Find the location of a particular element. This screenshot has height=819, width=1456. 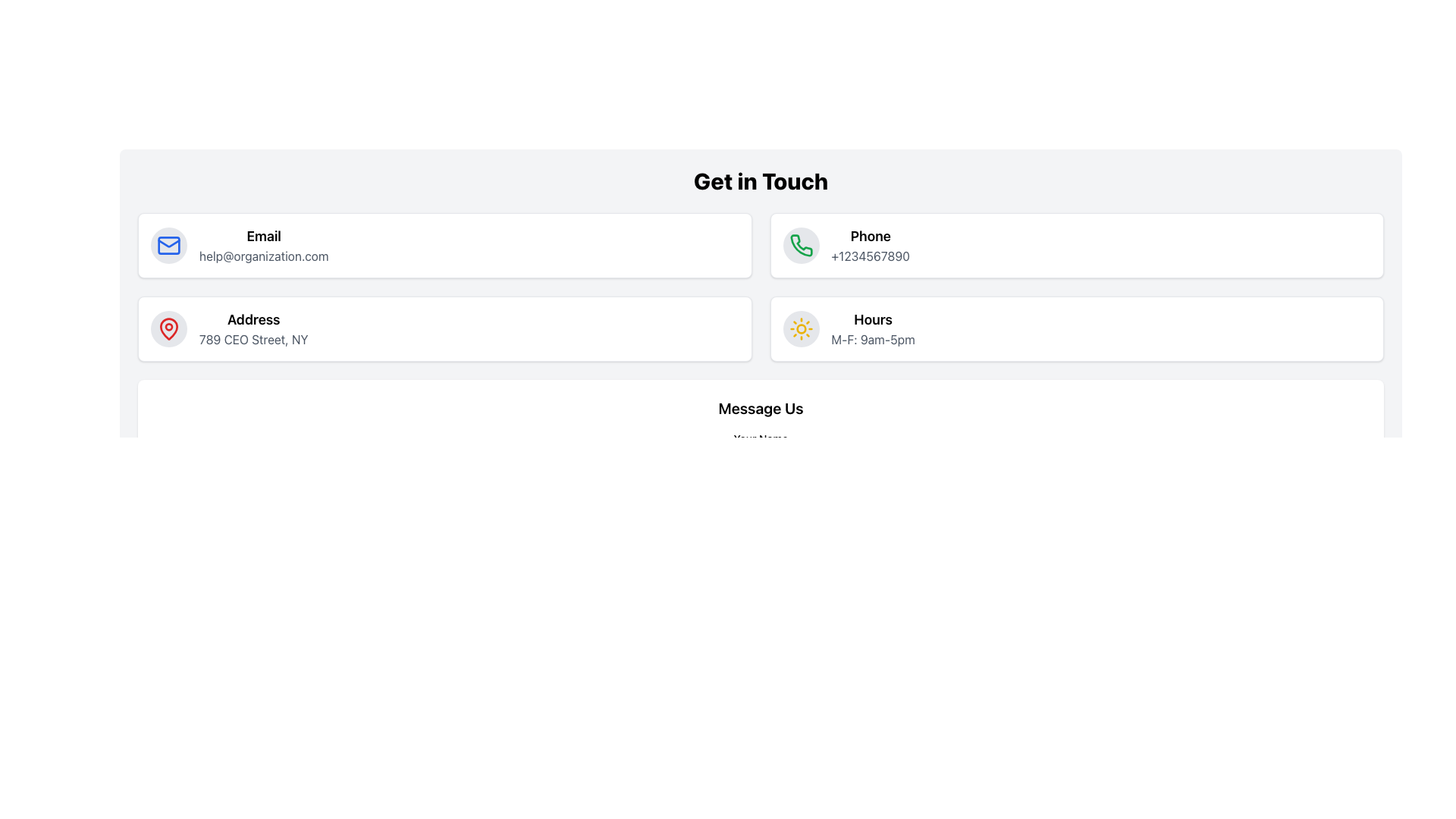

the text label displaying 'M-F: 9am-5pm', which is located under the 'Hours' heading in the 'Get in Touch' section is located at coordinates (873, 338).